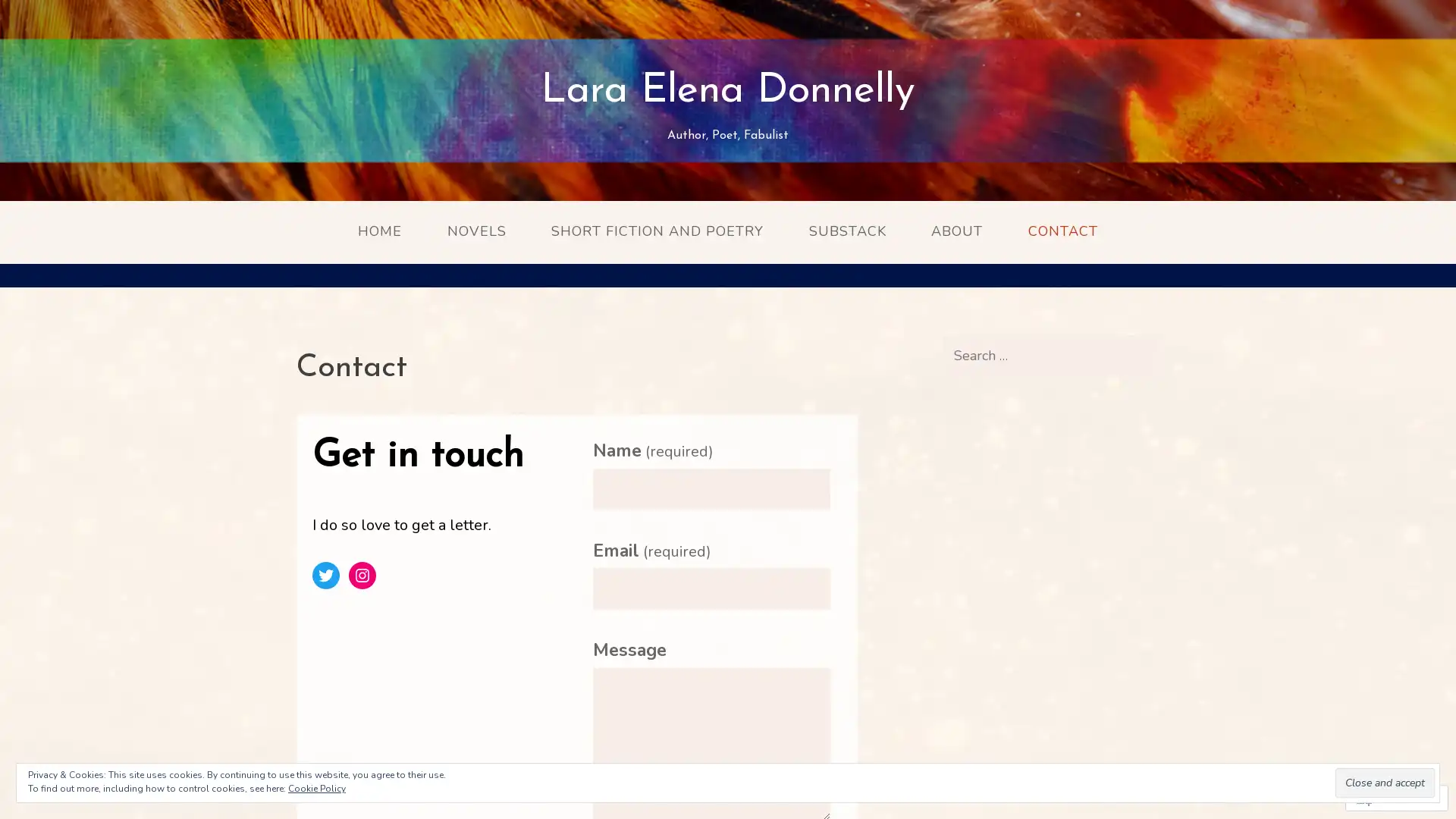 This screenshot has height=819, width=1456. Describe the element at coordinates (1385, 783) in the screenshot. I see `Close and accept` at that location.